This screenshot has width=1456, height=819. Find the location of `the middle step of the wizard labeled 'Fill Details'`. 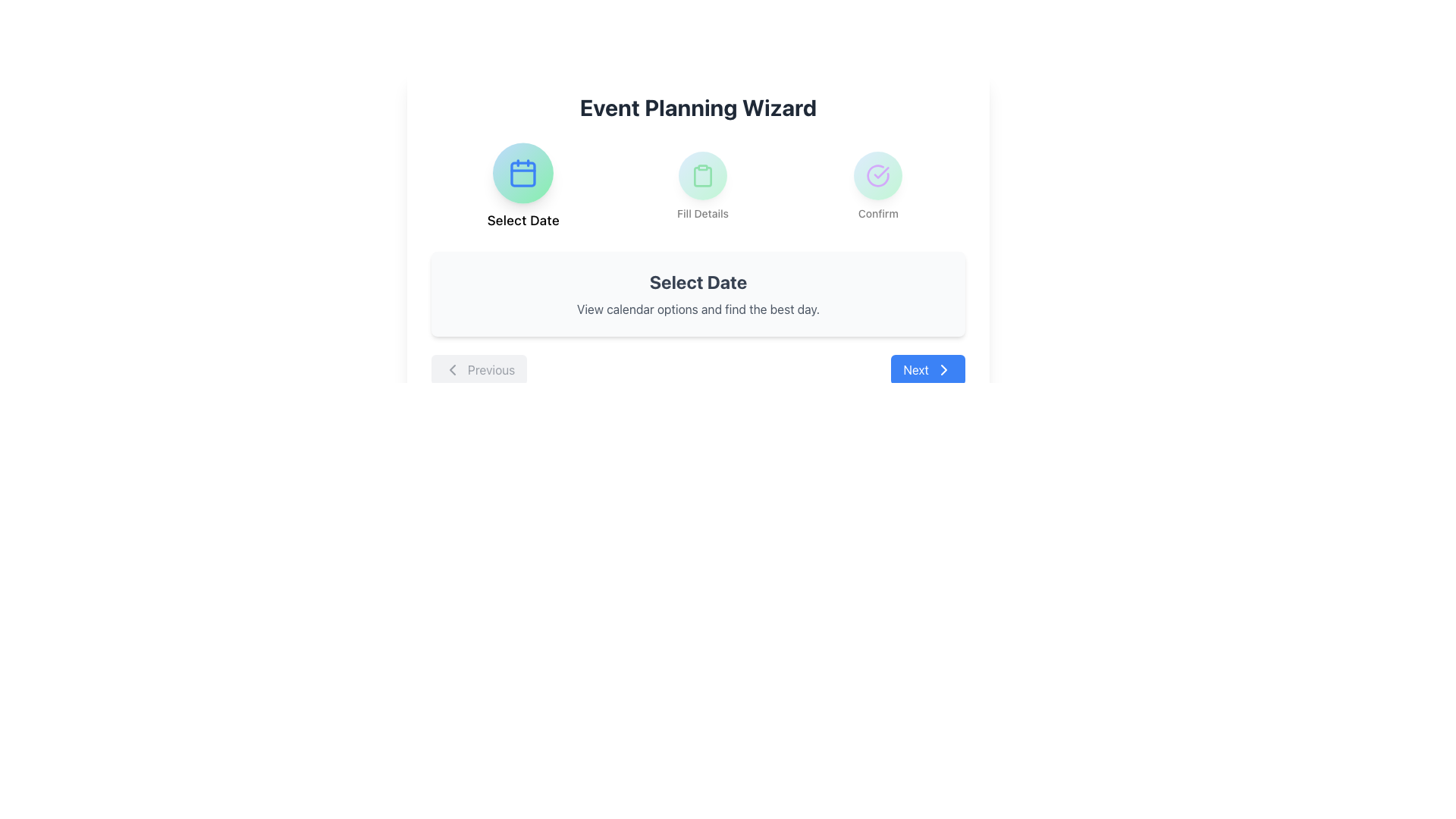

the middle step of the wizard labeled 'Fill Details' is located at coordinates (698, 186).